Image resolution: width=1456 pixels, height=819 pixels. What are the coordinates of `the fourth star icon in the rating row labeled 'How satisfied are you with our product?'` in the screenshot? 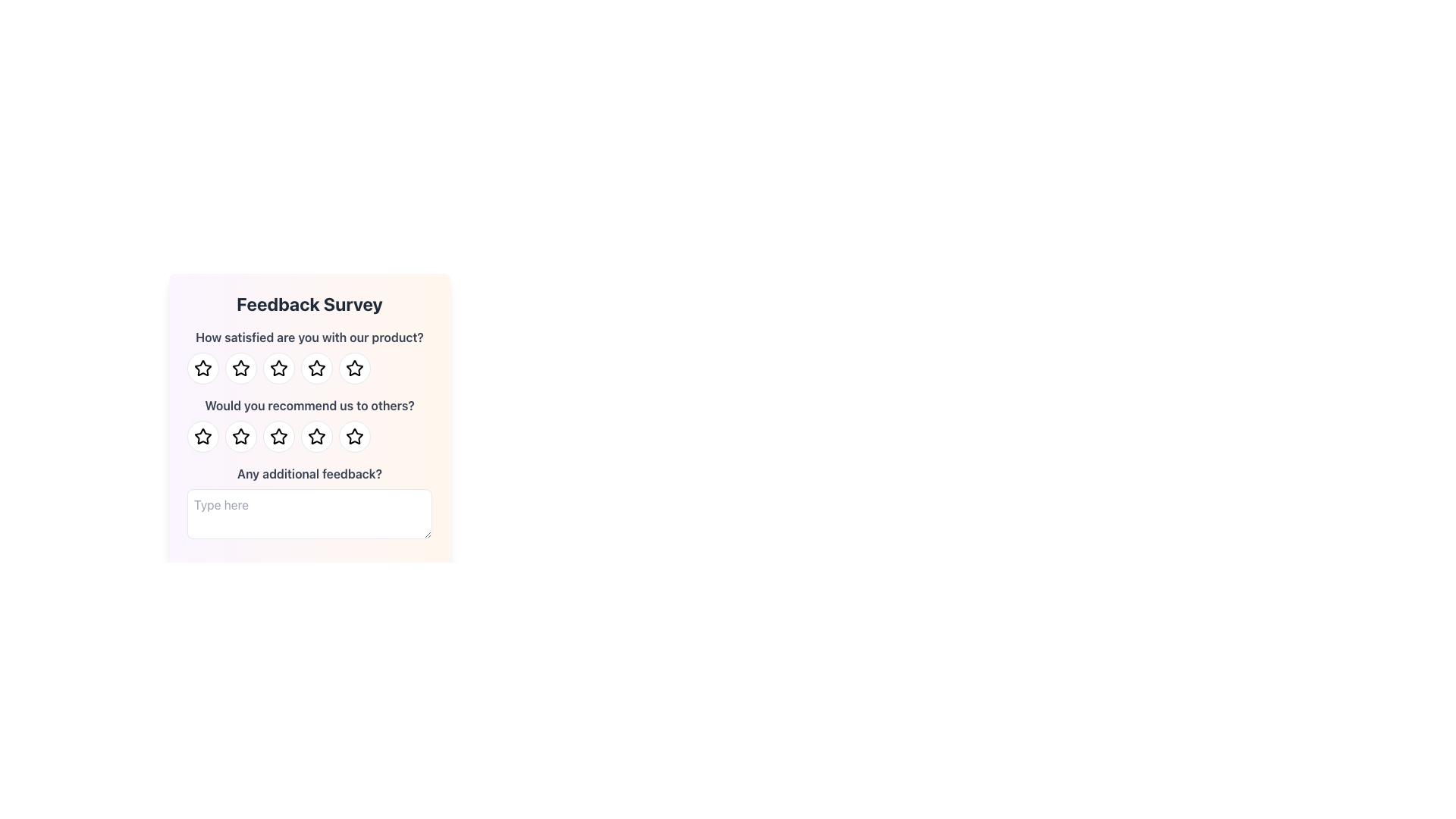 It's located at (353, 369).